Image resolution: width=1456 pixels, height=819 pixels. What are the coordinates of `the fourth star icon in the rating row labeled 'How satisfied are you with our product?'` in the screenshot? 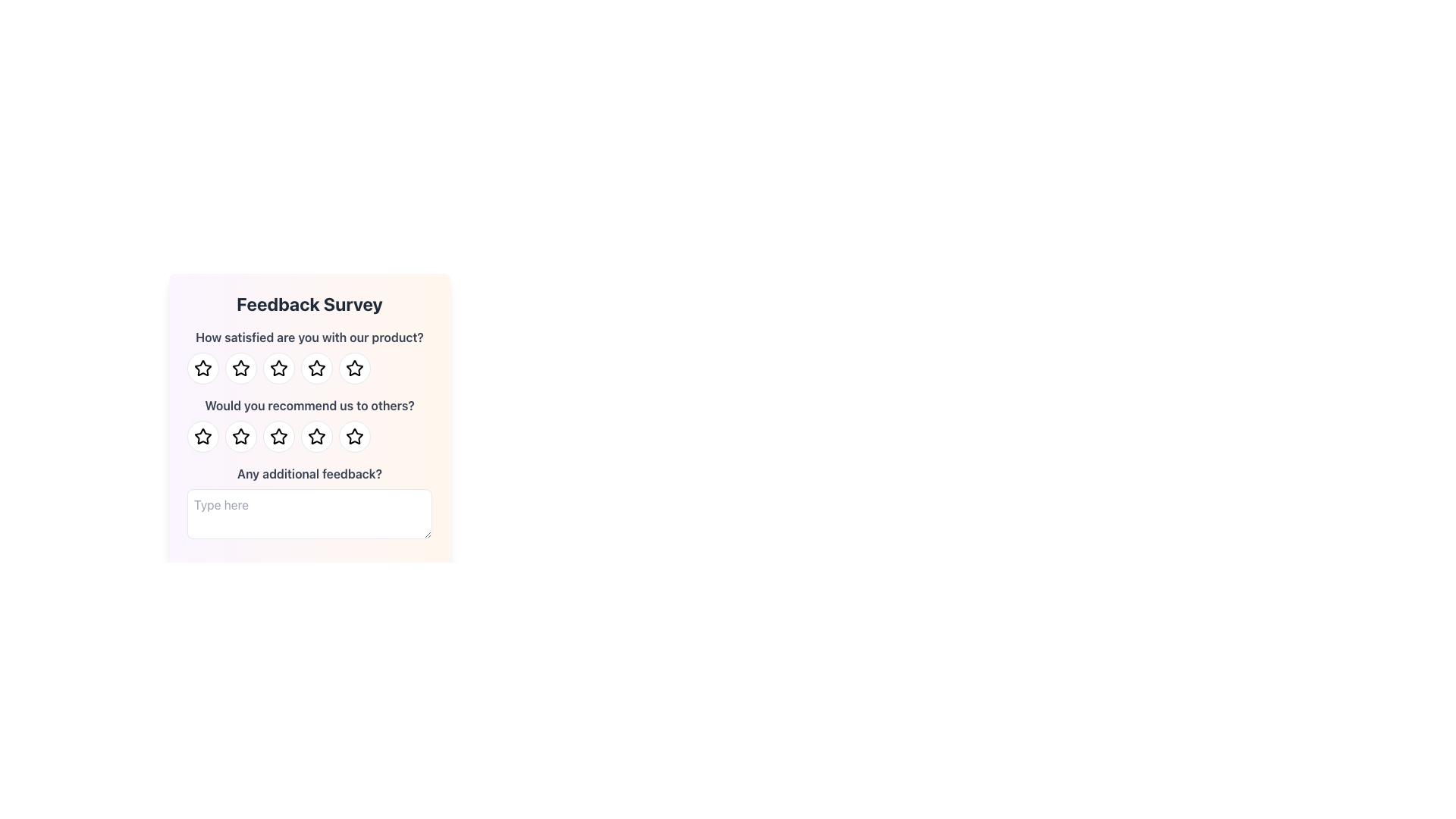 It's located at (353, 369).